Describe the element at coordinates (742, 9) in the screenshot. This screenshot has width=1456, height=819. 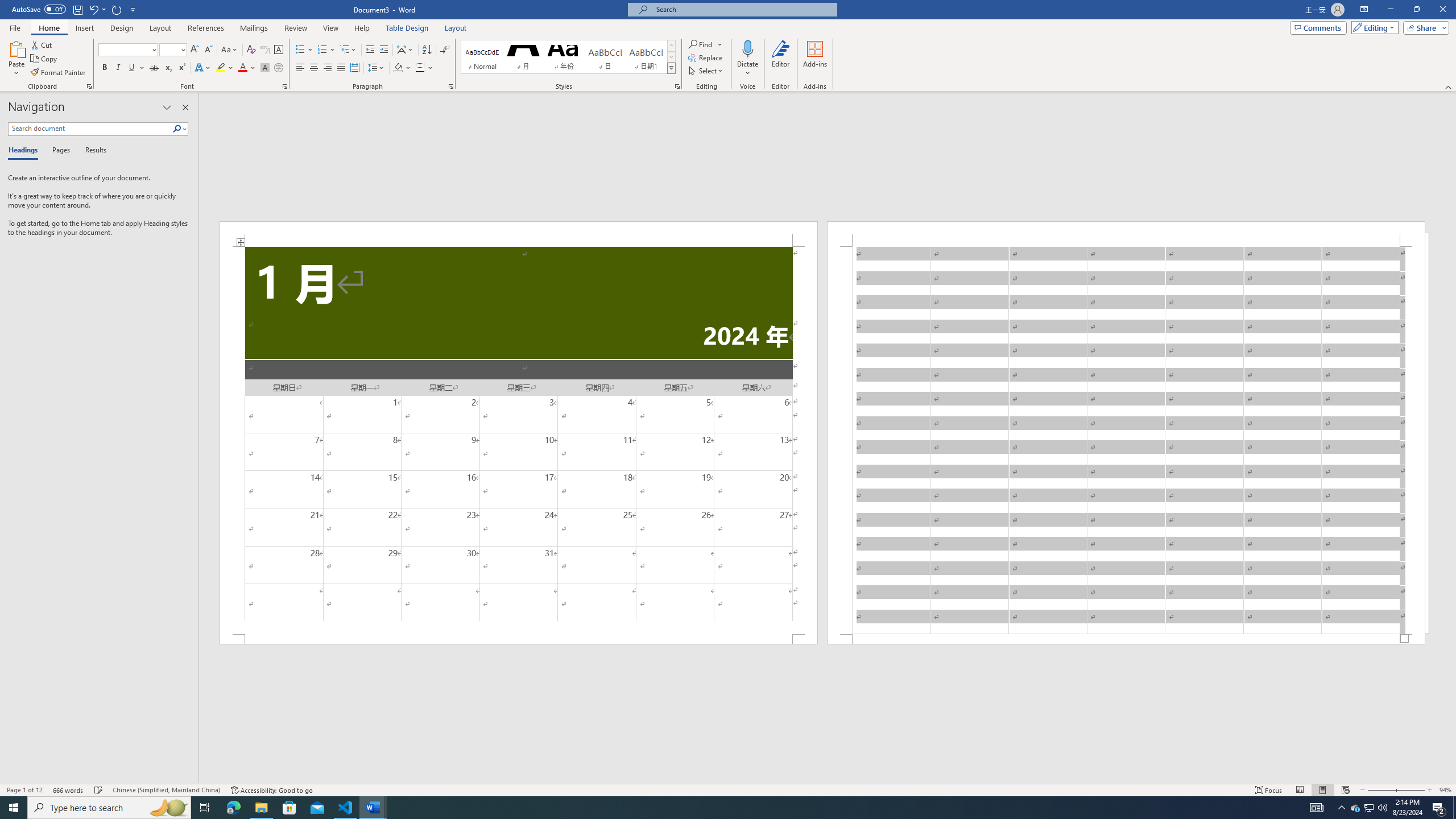
I see `'Microsoft search'` at that location.